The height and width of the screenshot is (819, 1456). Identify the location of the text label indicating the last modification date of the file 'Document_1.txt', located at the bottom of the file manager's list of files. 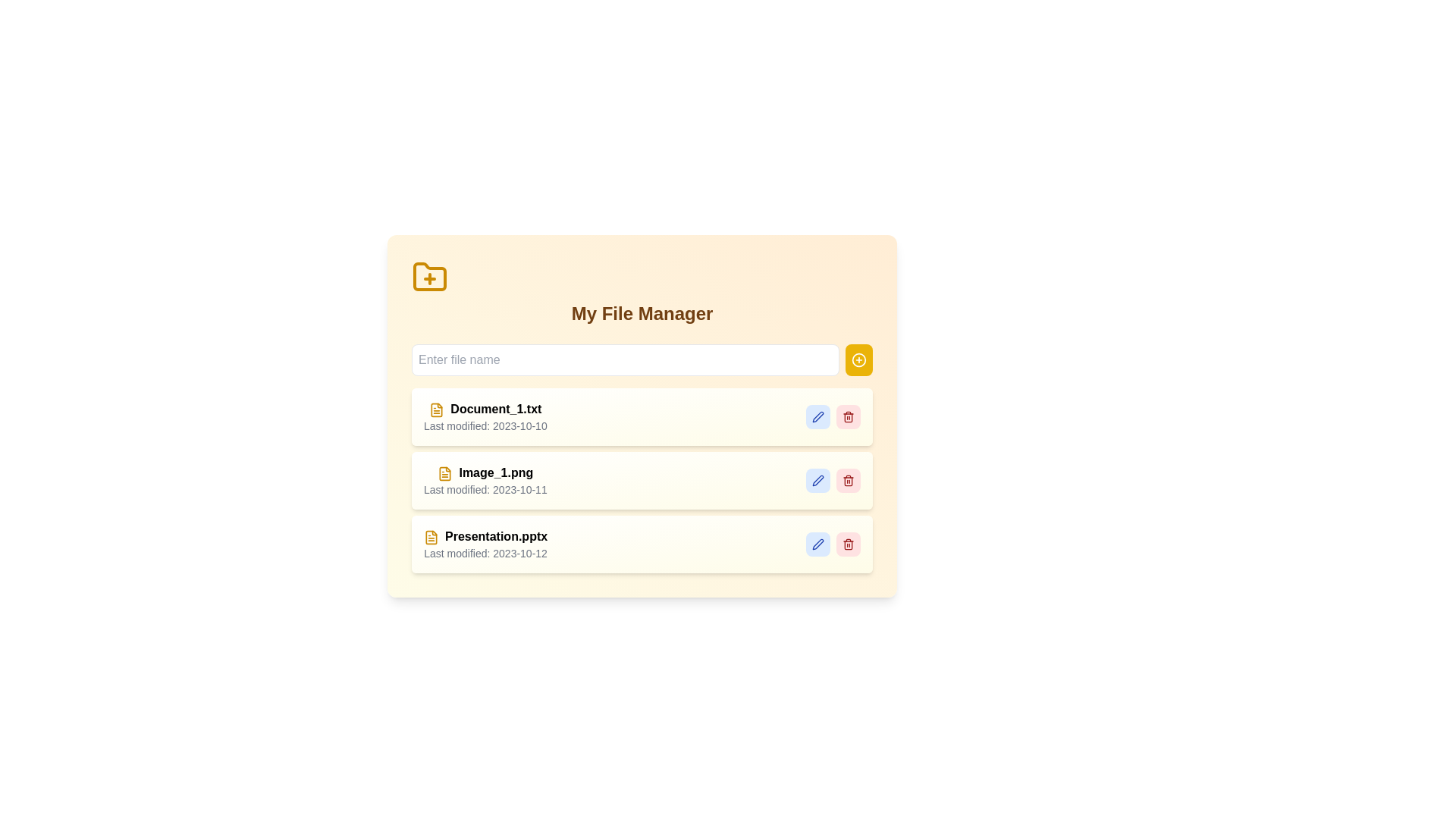
(485, 426).